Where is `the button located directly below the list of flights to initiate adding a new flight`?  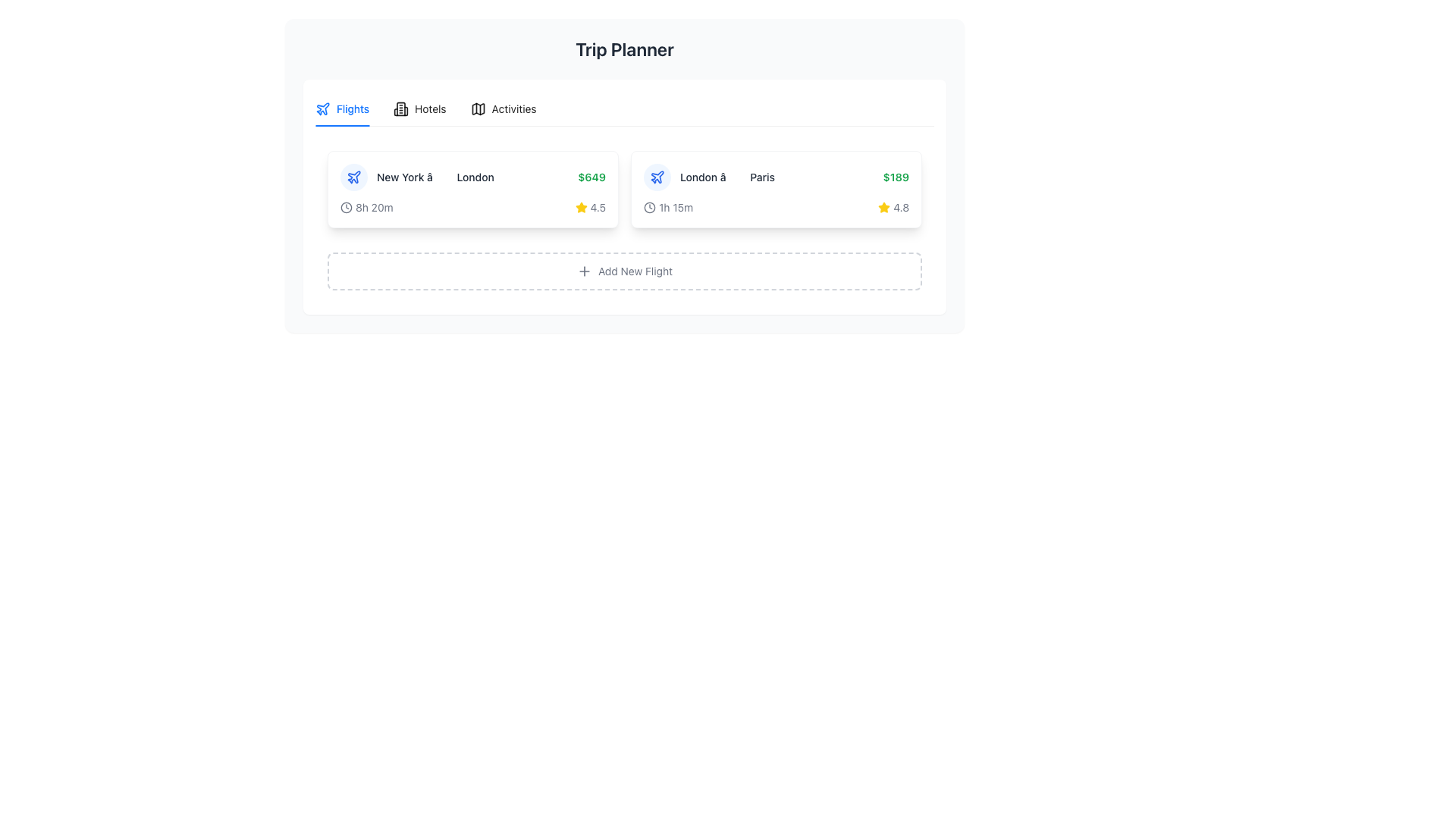 the button located directly below the list of flights to initiate adding a new flight is located at coordinates (625, 271).